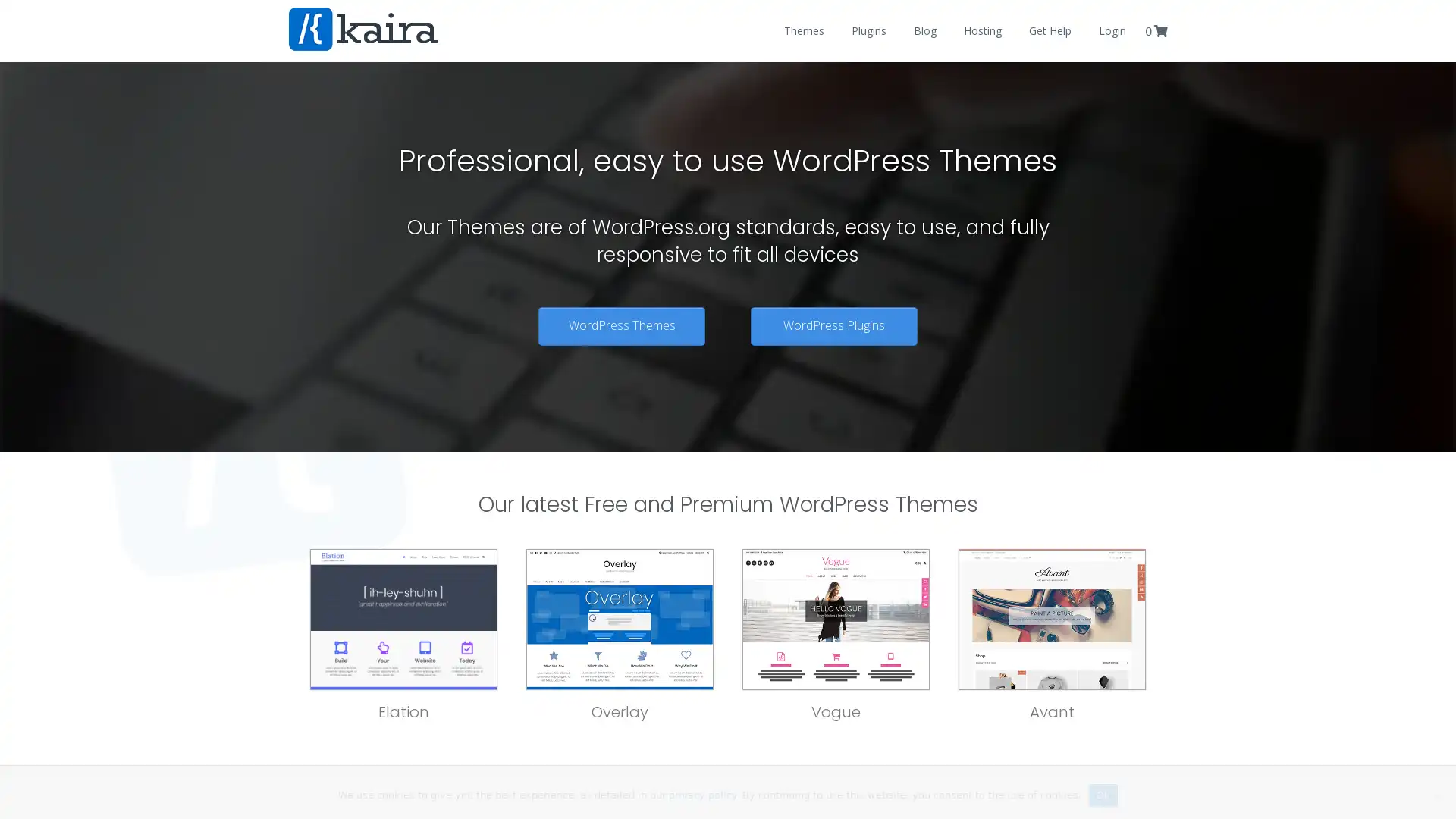 The width and height of the screenshot is (1456, 819). Describe the element at coordinates (833, 325) in the screenshot. I see `WordPress Plugins` at that location.